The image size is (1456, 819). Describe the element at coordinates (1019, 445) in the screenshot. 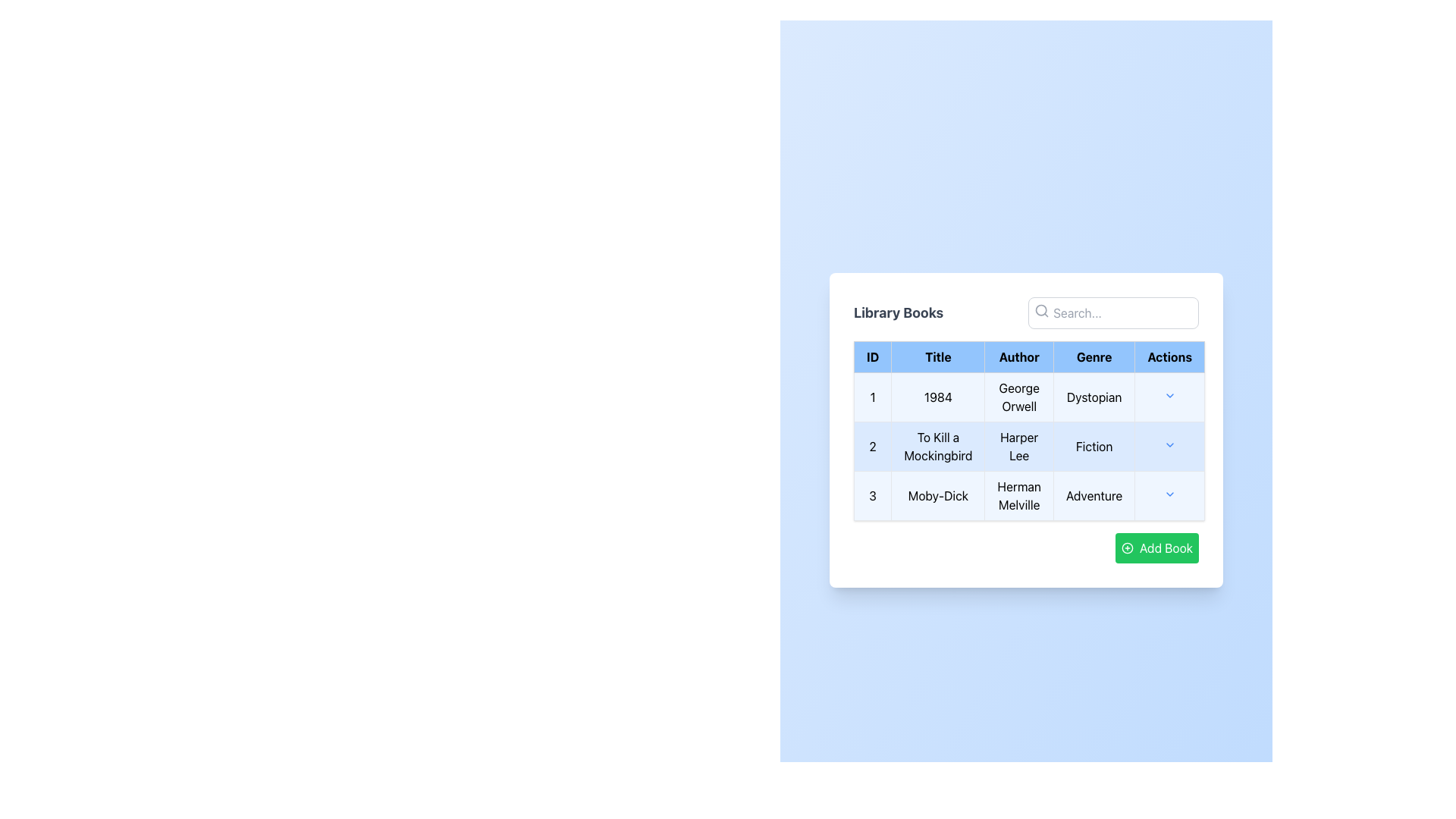

I see `the text display element showing 'Harper Lee' in a table under the 'Author' column, positioned in the second row` at that location.